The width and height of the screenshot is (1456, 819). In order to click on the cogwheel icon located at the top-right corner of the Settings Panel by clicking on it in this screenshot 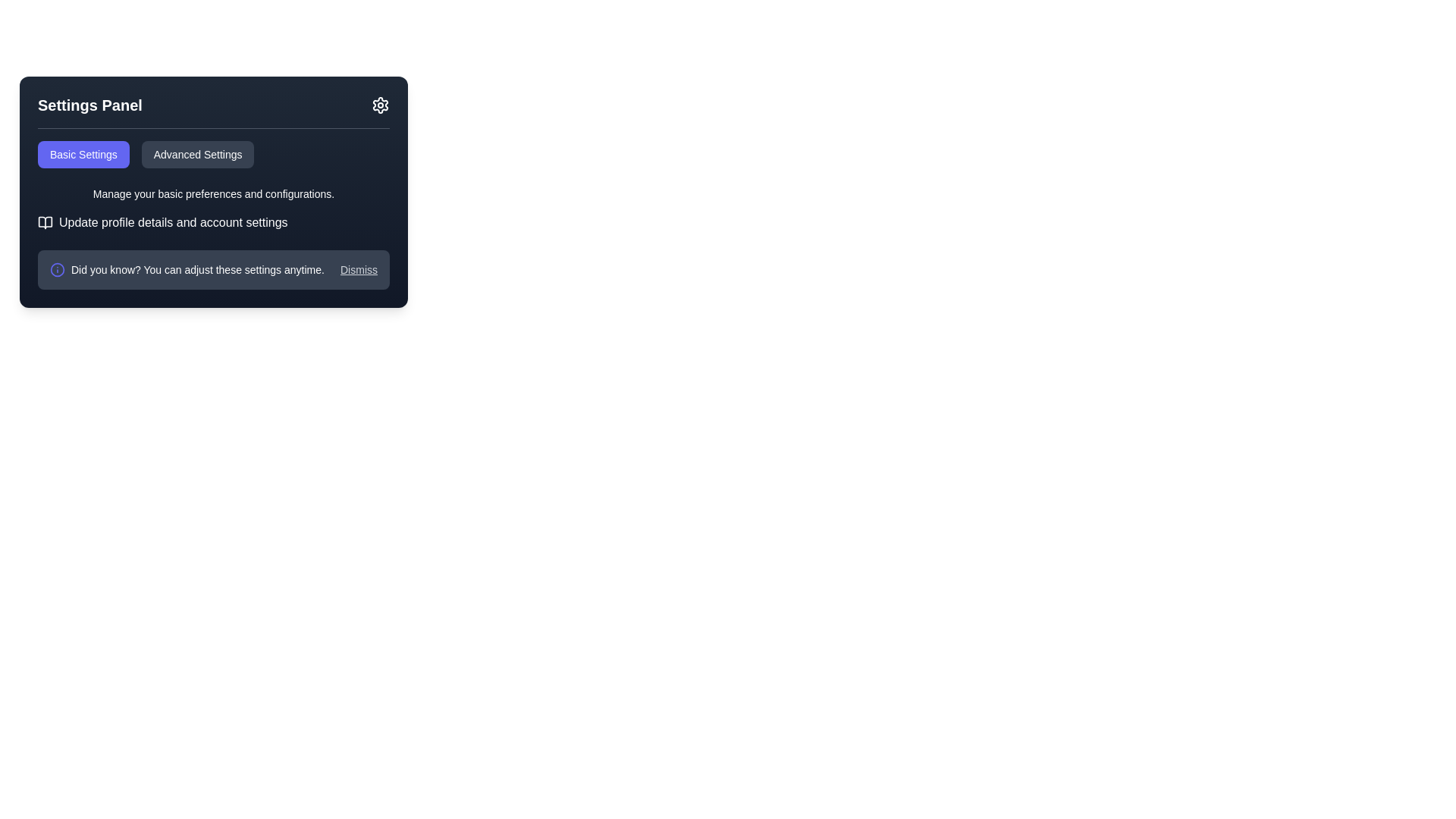, I will do `click(381, 104)`.